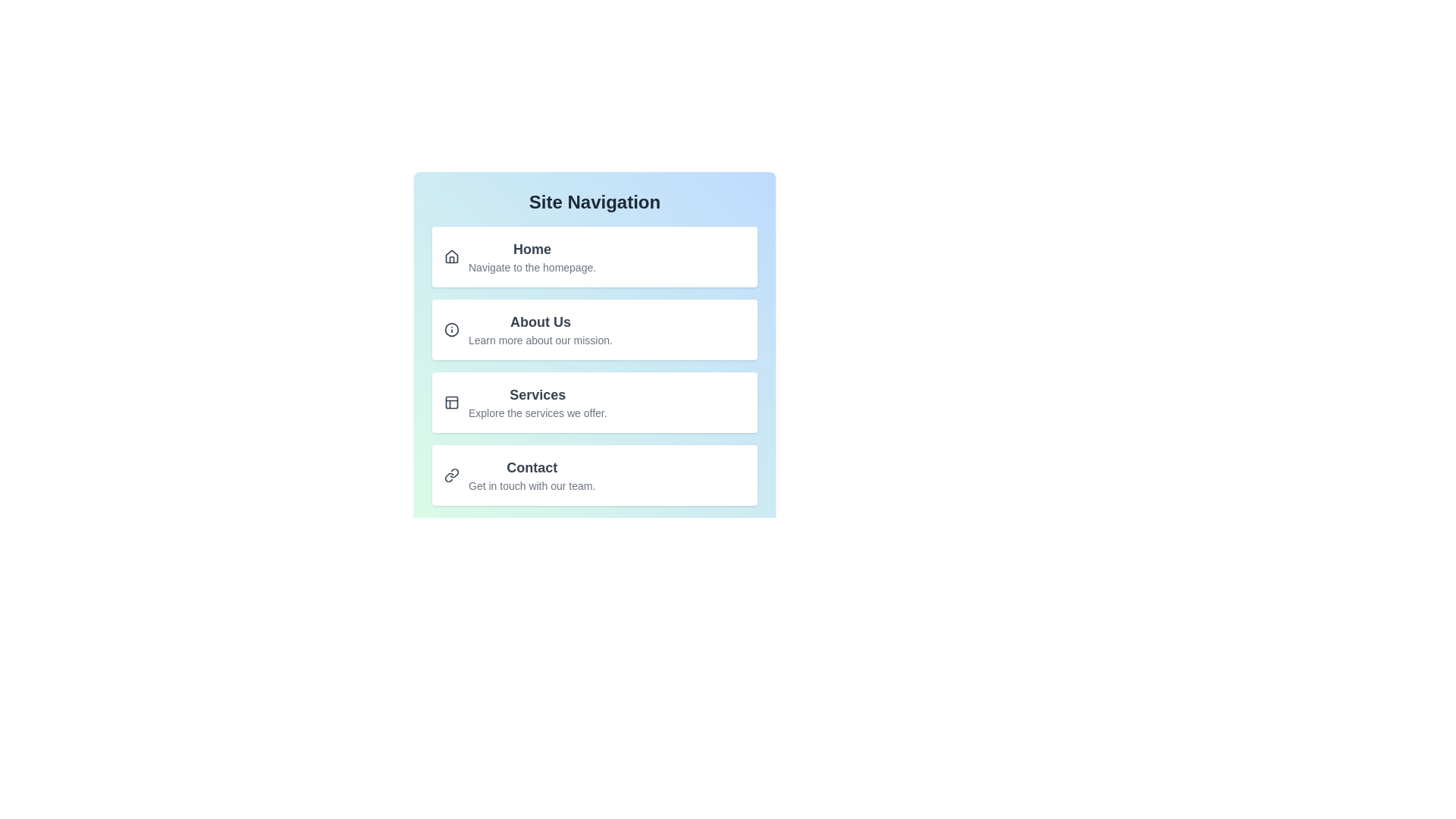 Image resolution: width=1456 pixels, height=819 pixels. What do you see at coordinates (538, 402) in the screenshot?
I see `the 'Services' navigation link, which is the third entry in the vertical navigation menu, positioned below 'About Us' and above 'Contact'` at bounding box center [538, 402].